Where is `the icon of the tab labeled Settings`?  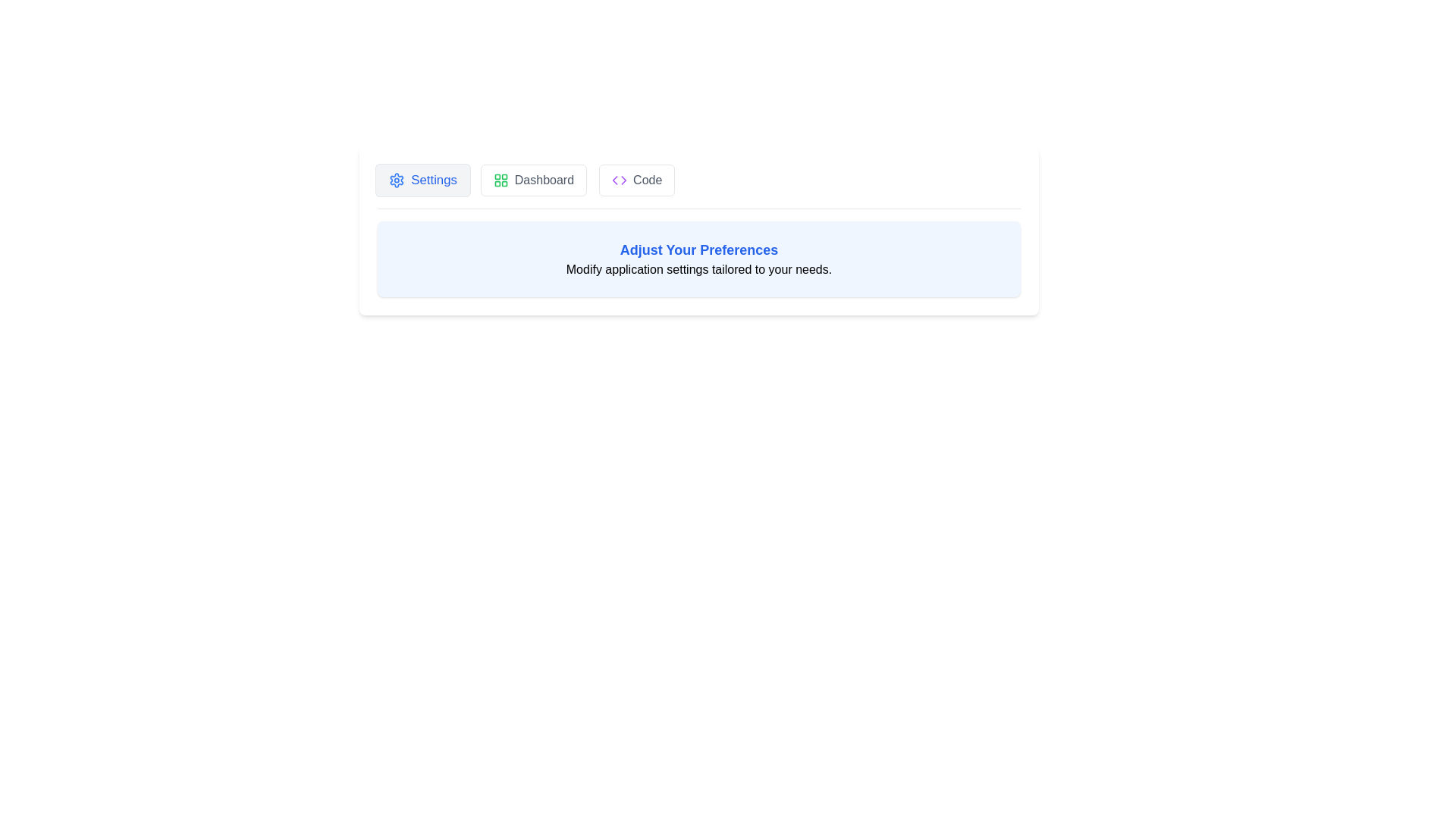
the icon of the tab labeled Settings is located at coordinates (397, 180).